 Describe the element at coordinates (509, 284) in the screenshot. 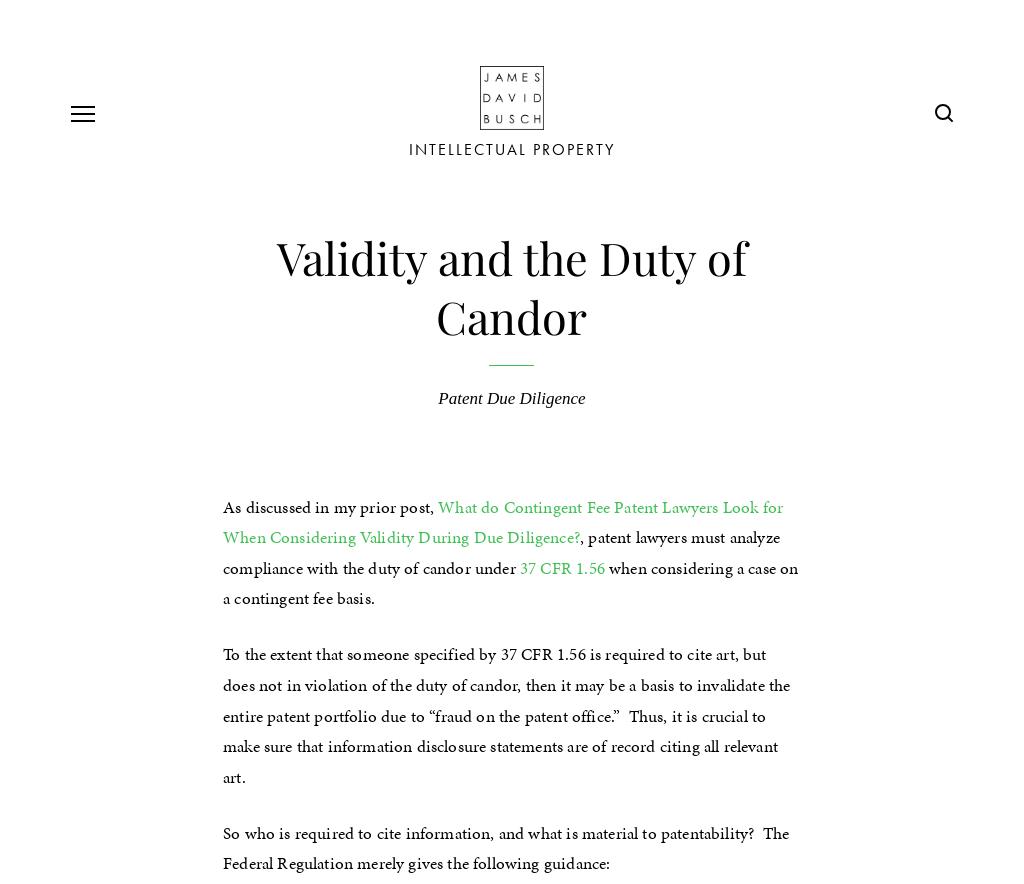

I see `'Validity and the Duty of Candor'` at that location.